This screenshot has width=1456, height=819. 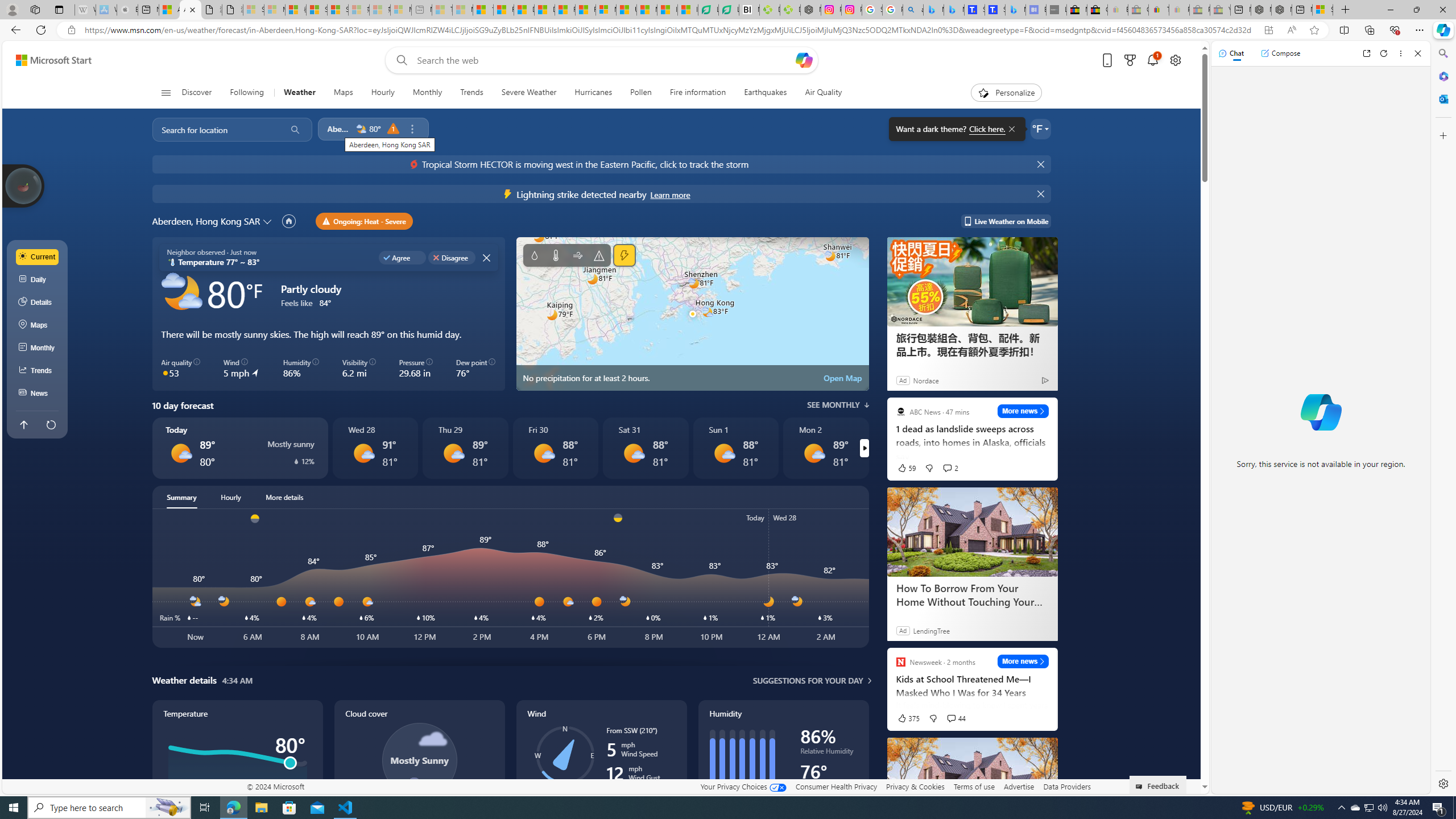 I want to click on 'Hourly', so click(x=230, y=497).